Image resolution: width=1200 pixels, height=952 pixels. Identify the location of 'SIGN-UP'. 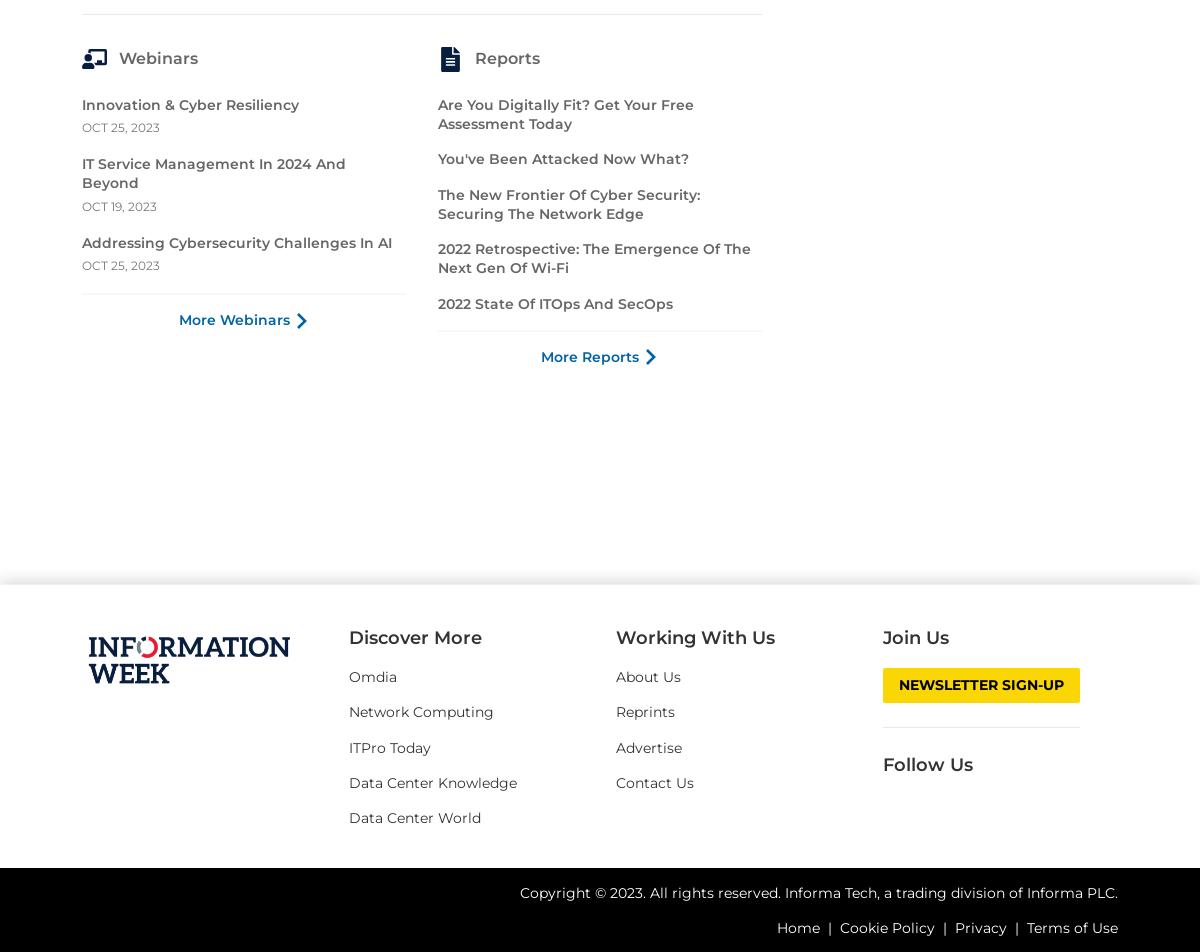
(422, 186).